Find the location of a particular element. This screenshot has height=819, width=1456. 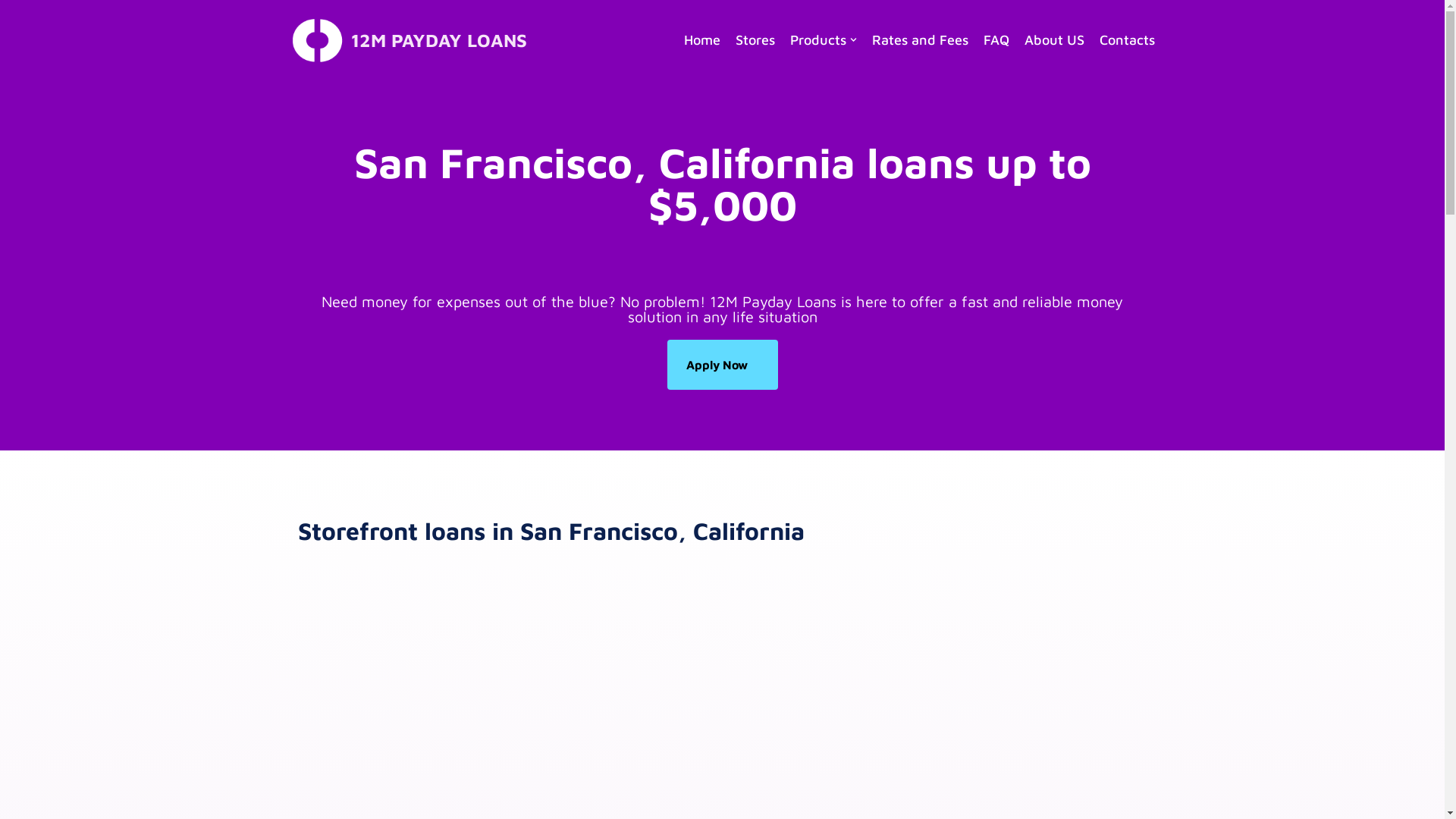

'Products' is located at coordinates (822, 39).